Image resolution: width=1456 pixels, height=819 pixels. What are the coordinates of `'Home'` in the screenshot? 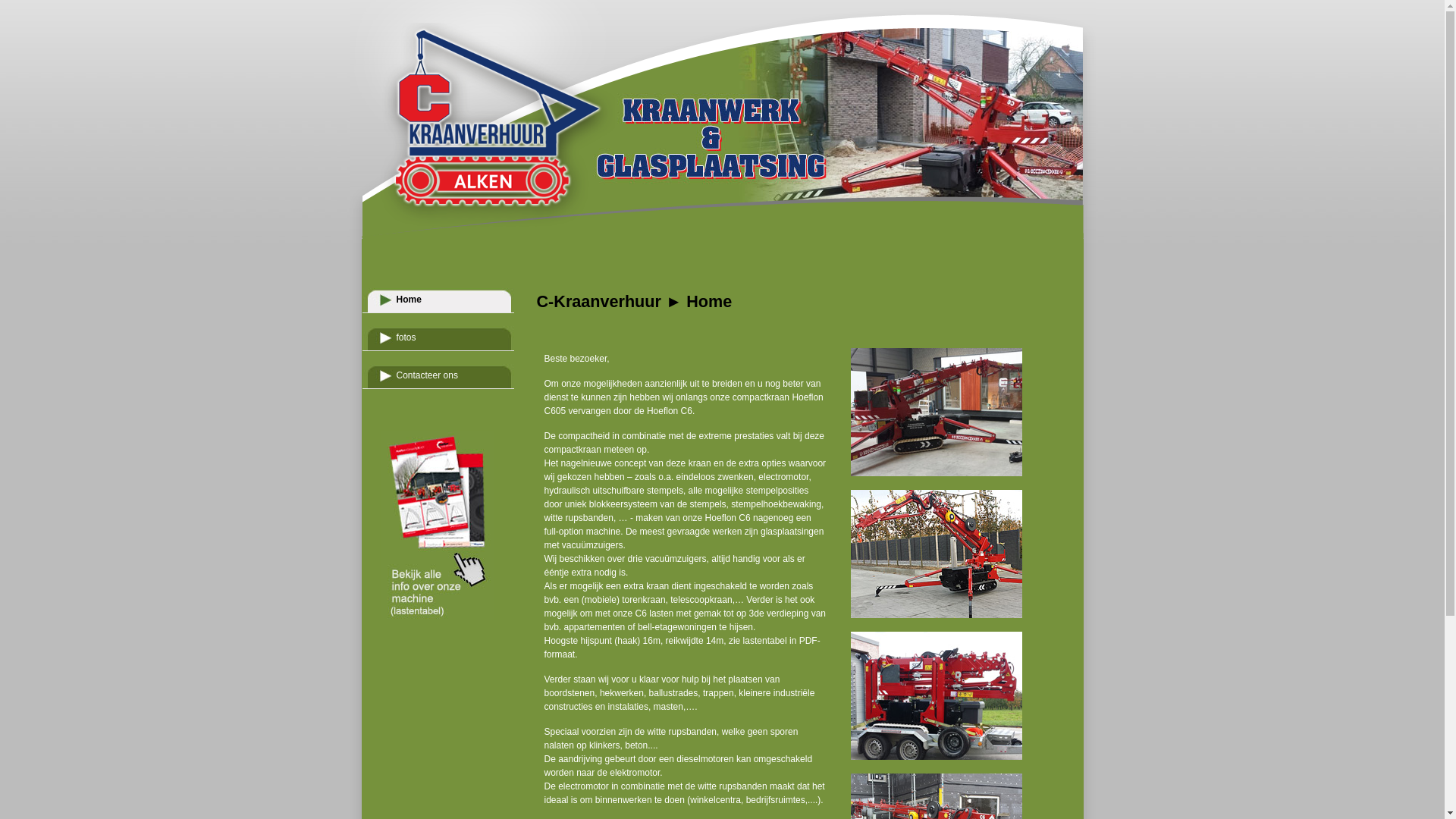 It's located at (437, 300).